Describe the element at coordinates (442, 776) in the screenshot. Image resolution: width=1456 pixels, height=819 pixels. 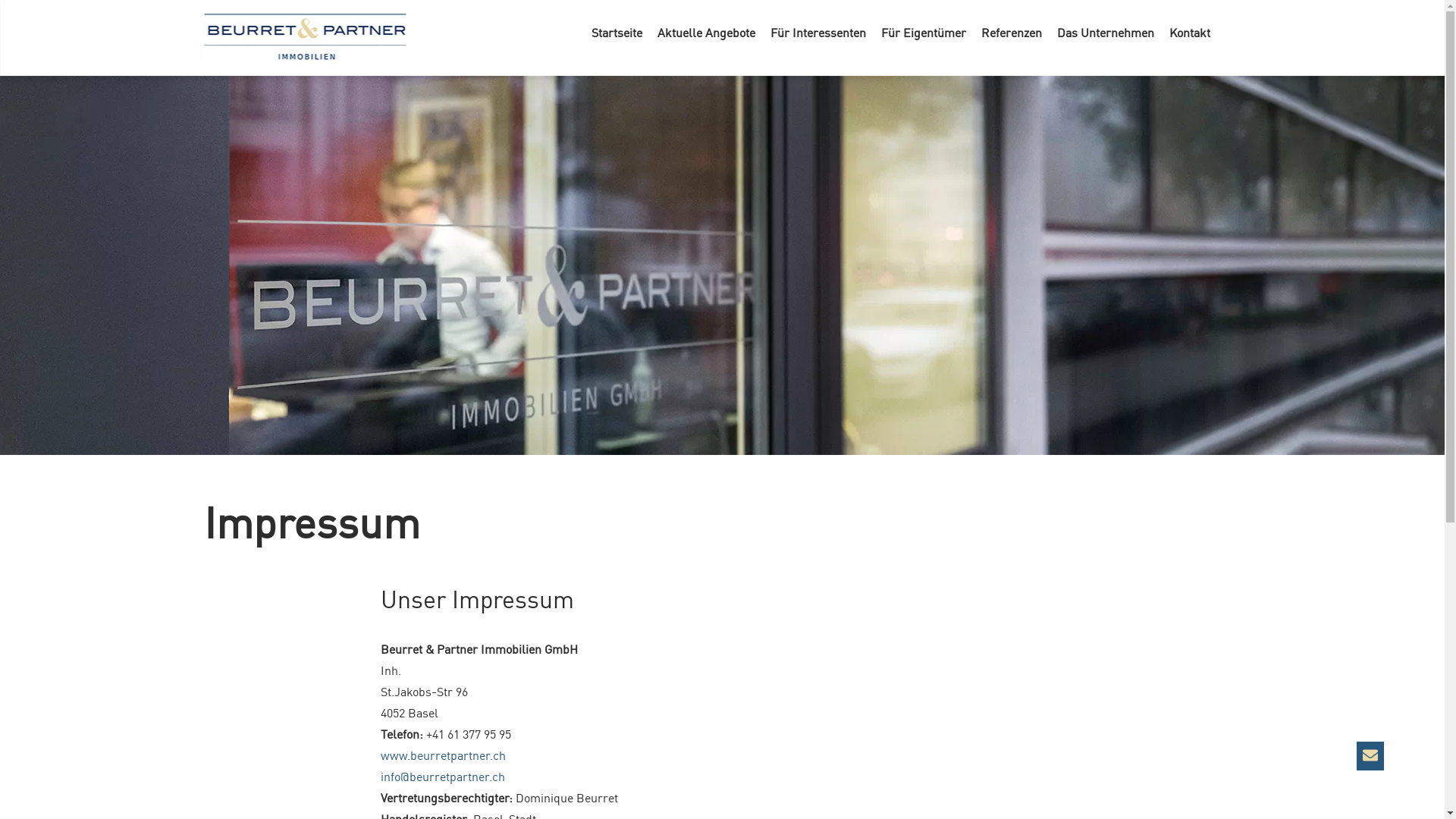
I see `'info@beurretpartner.ch'` at that location.